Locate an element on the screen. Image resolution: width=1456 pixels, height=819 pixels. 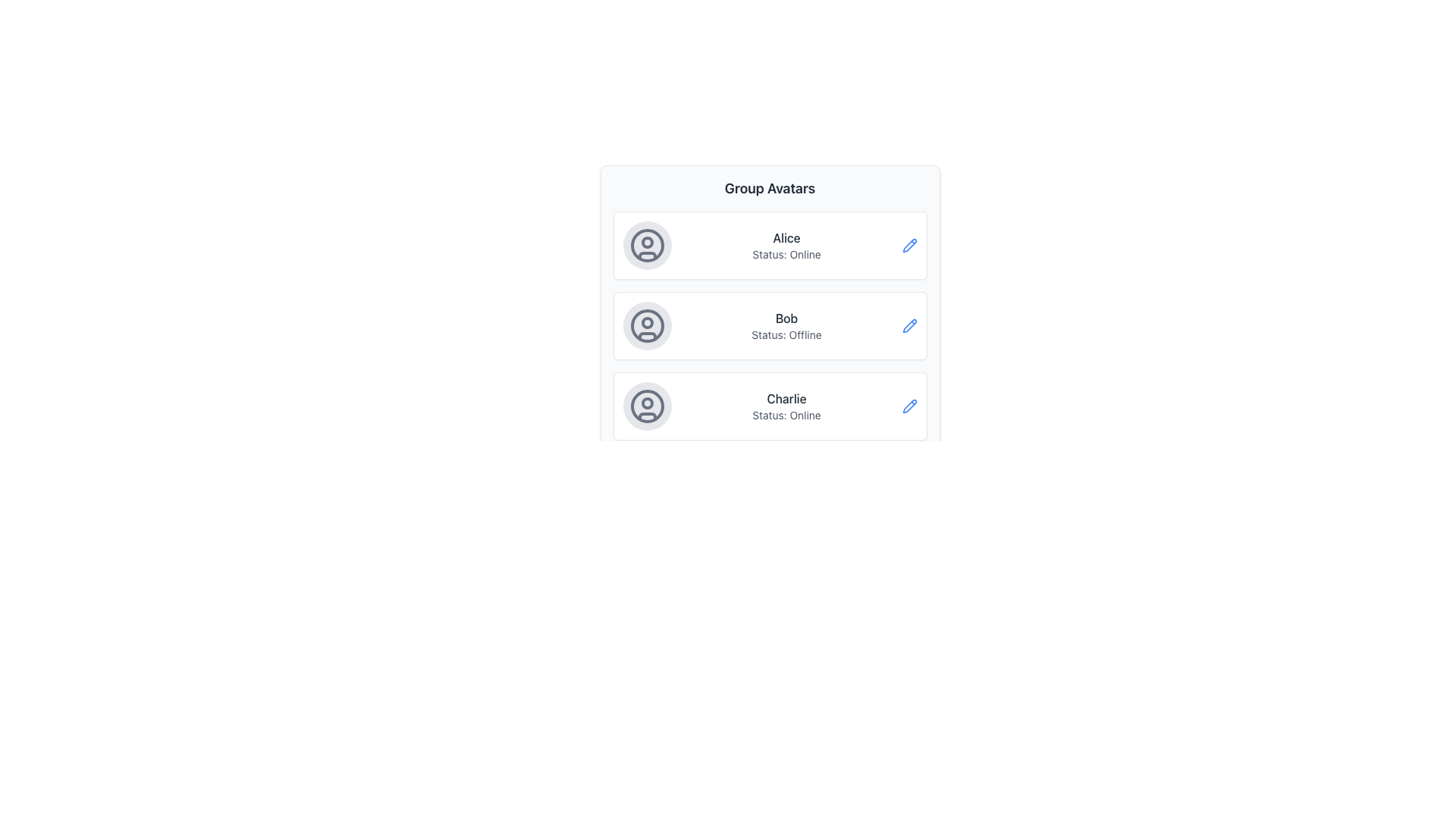
the text label displaying the name 'Charlie', which is located in the third item of a vertical list of user information cards, aligned to the left of the 'Status: Online' text is located at coordinates (786, 397).